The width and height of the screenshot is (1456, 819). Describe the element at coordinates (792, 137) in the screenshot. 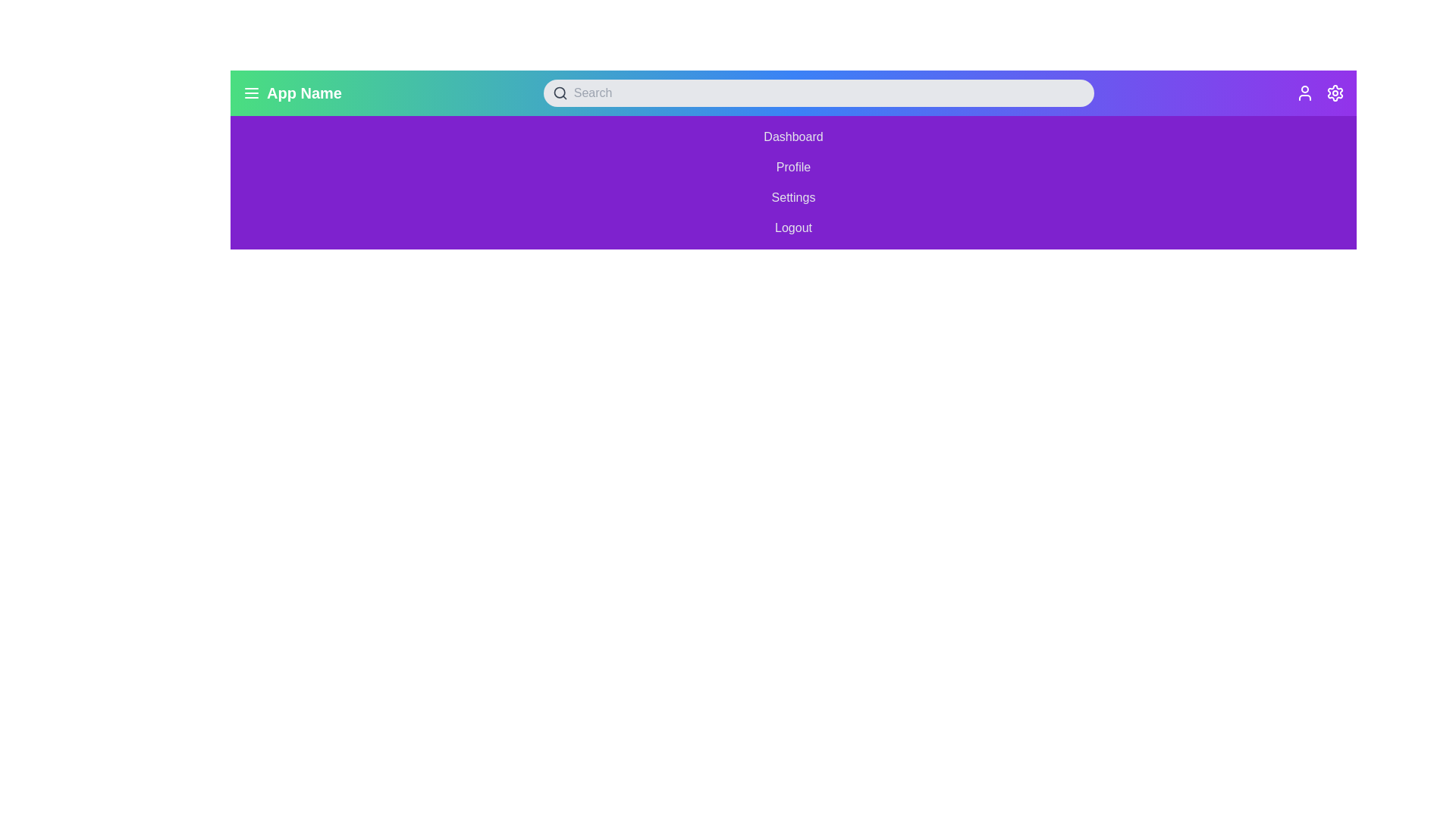

I see `the 'Dashboard' button-like text in white font color located within a purple bar` at that location.